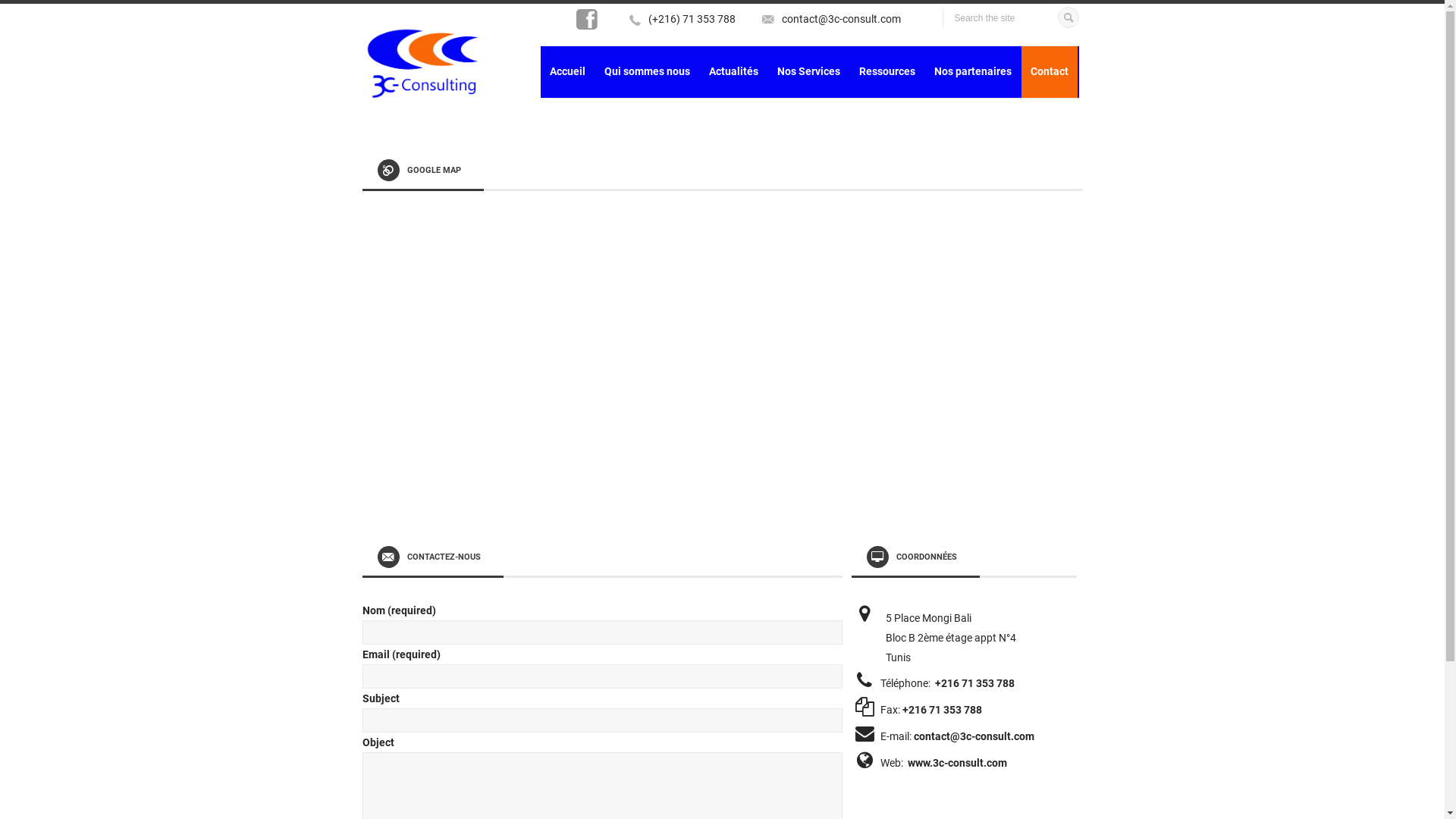 This screenshot has height=819, width=1456. What do you see at coordinates (1047, 72) in the screenshot?
I see `'Contact'` at bounding box center [1047, 72].